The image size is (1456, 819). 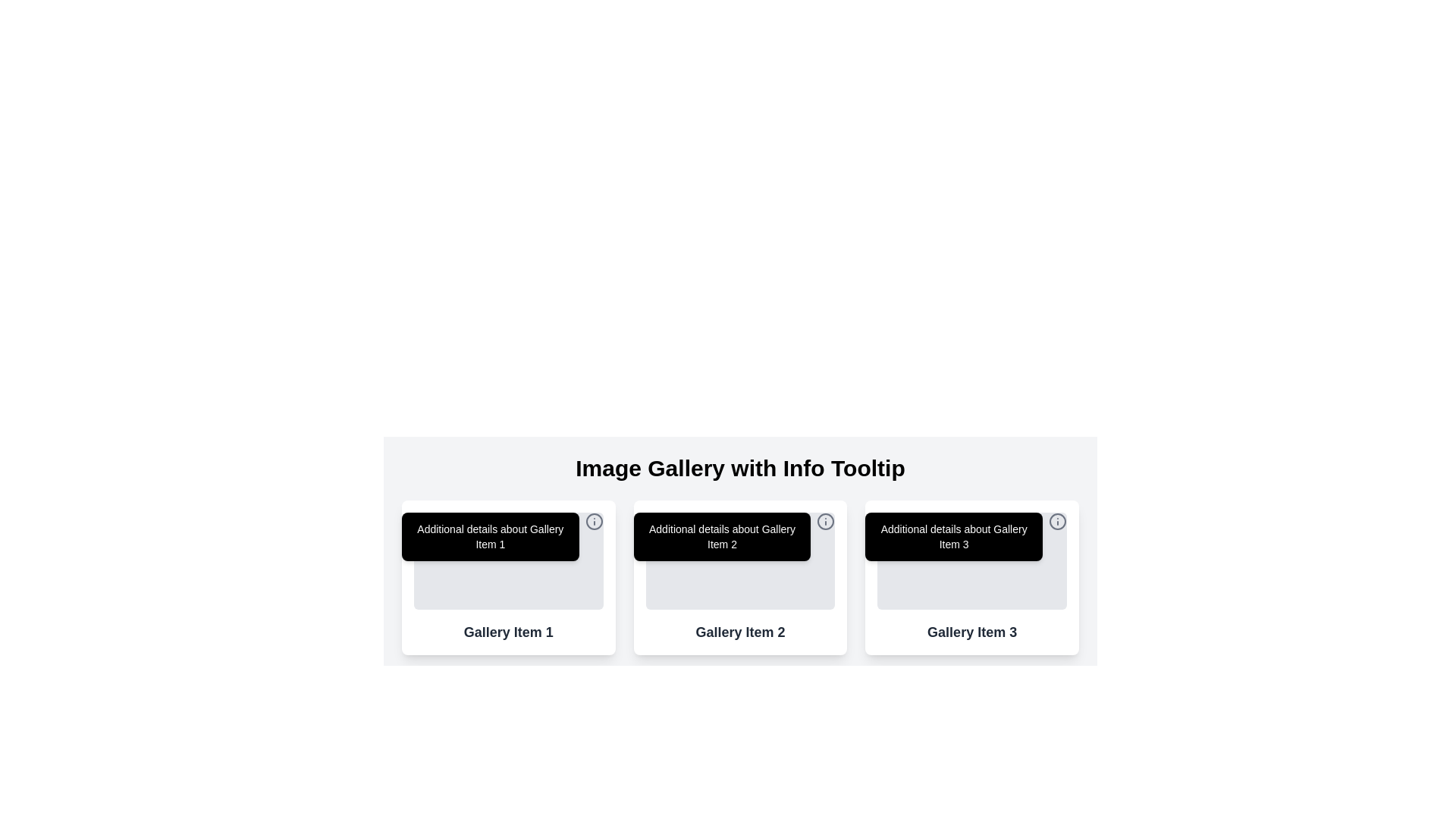 I want to click on the circular information icon with a gray outline located at the top-right corner of 'Gallery Item 3', so click(x=1057, y=520).